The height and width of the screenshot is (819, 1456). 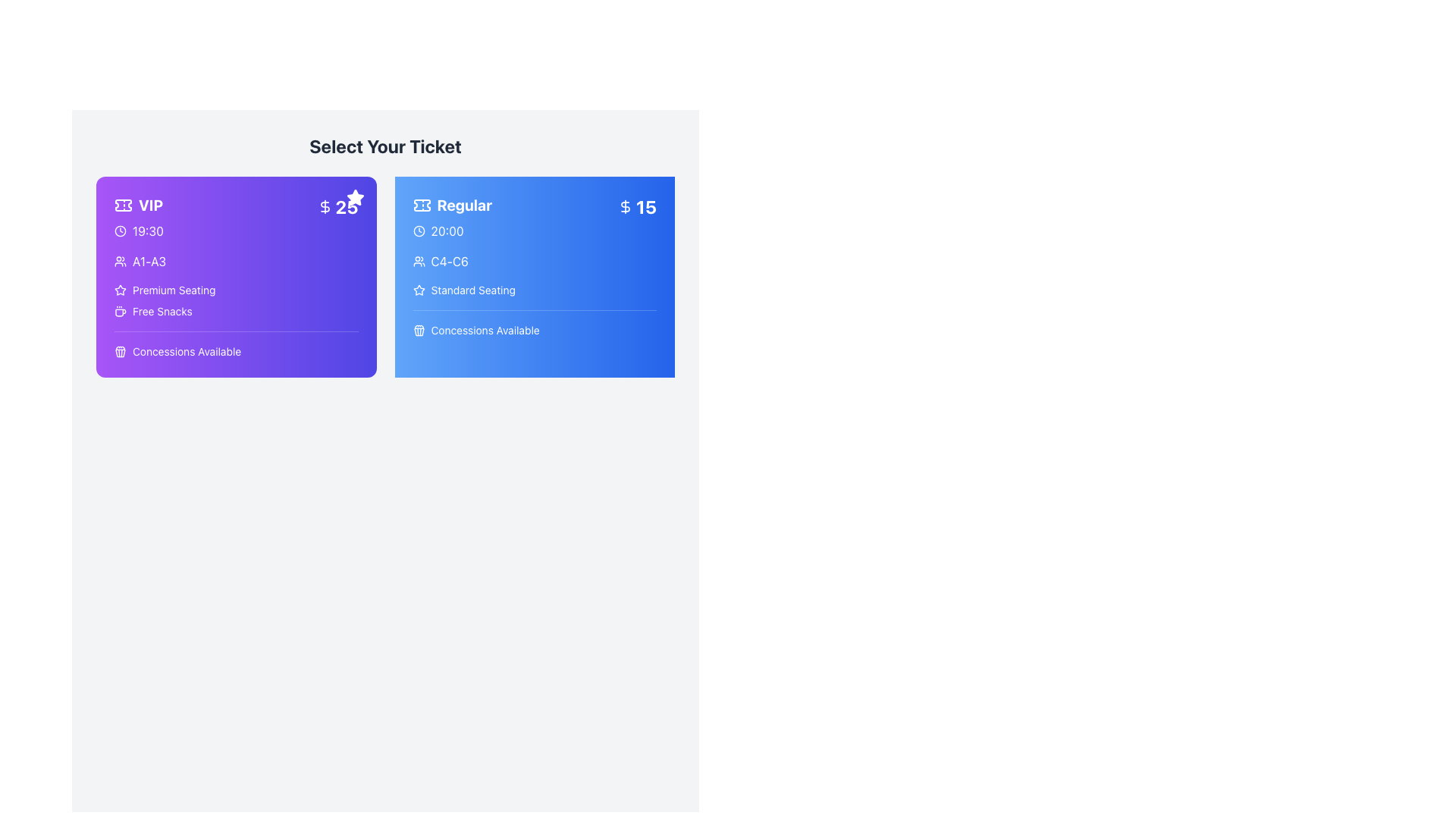 I want to click on the group icon located on the left side of the 'A1-A3' text within the top-left section of the purple card labeled 'VIP', so click(x=119, y=260).